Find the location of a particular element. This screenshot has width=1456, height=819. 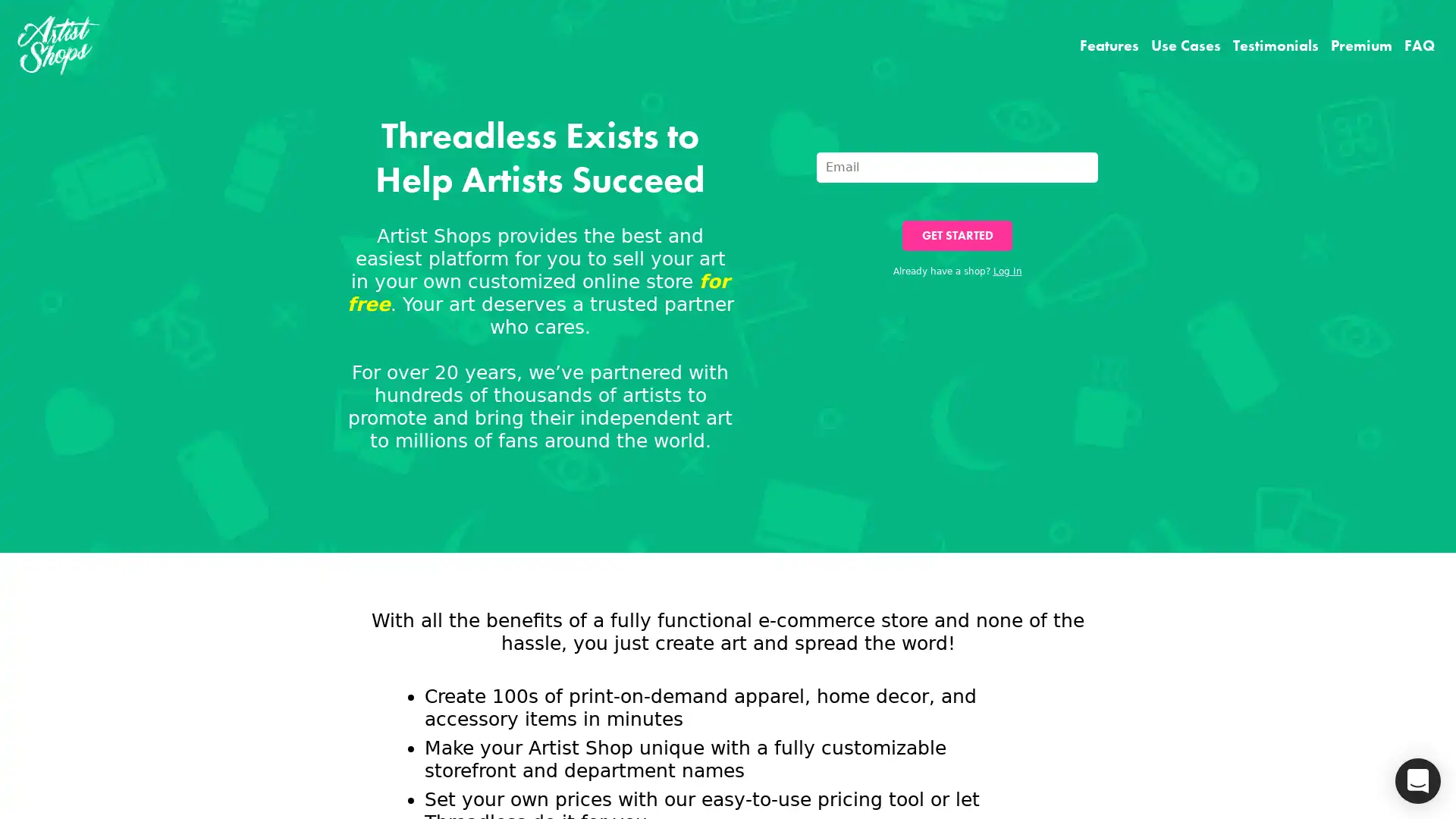

Get Started is located at coordinates (956, 236).